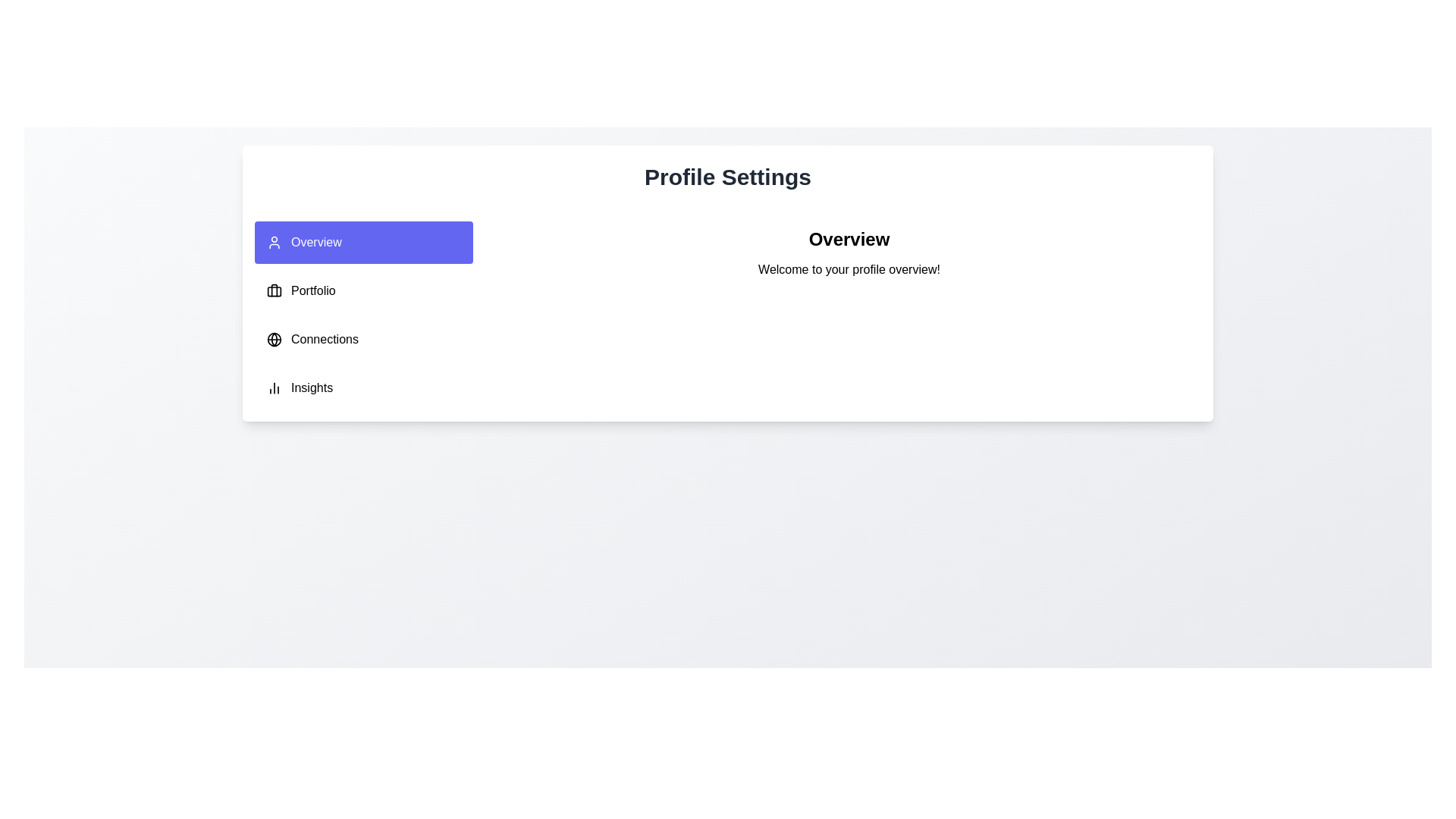 Image resolution: width=1456 pixels, height=819 pixels. Describe the element at coordinates (364, 242) in the screenshot. I see `the tab labeled Overview in the navigation menu` at that location.